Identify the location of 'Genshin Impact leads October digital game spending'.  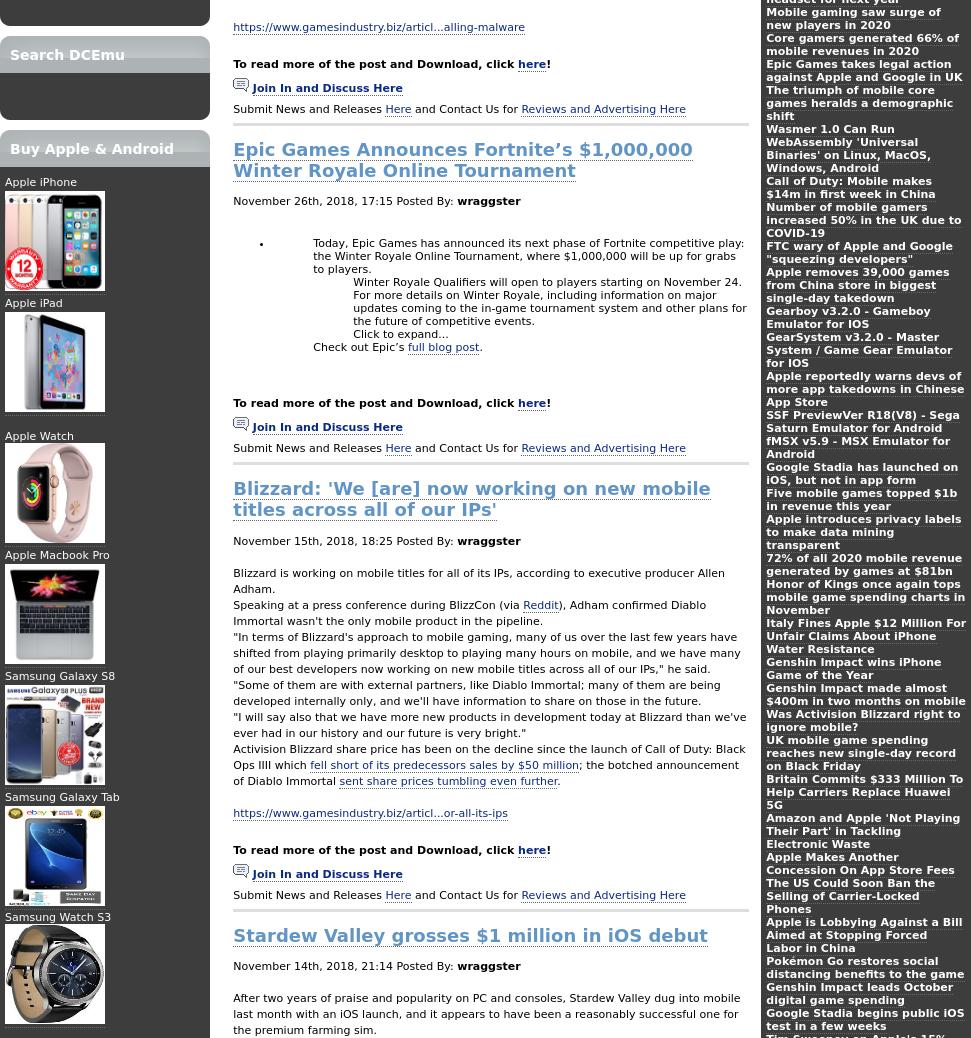
(766, 993).